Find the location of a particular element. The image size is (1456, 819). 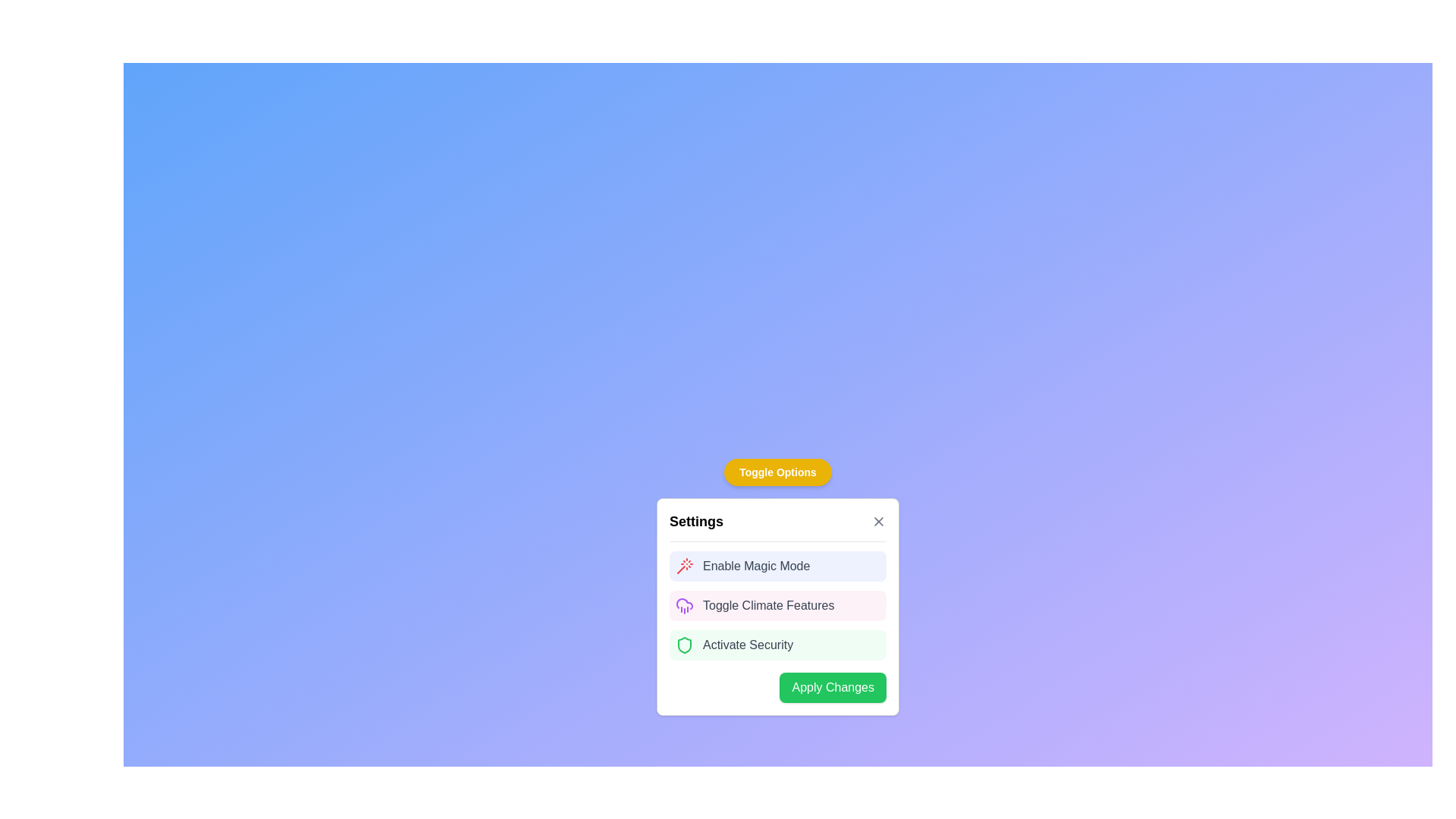

text label that describes the setting for toggling climate features, positioned beneath a purple cloud icon in the settings dialog box is located at coordinates (768, 604).